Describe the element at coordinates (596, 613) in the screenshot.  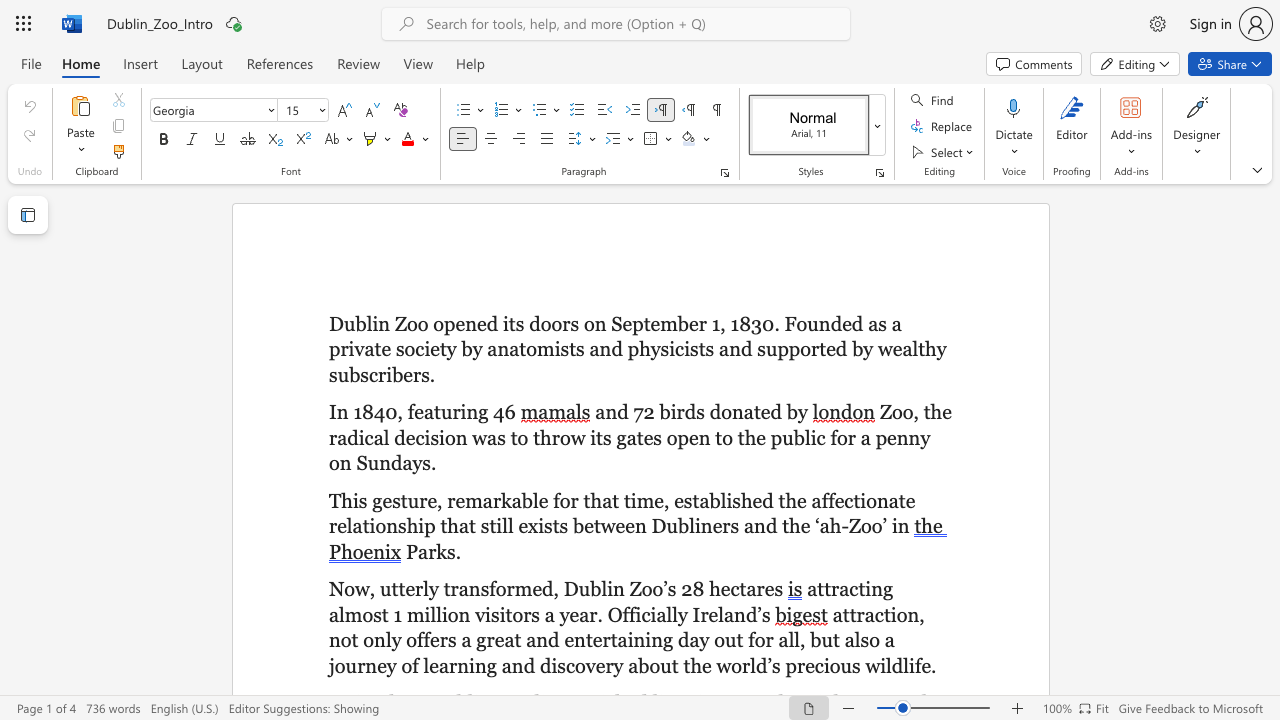
I see `the subset text ". Official" within the text "attracting almost 1 million visitors a year. Officially Ireland’s"` at that location.